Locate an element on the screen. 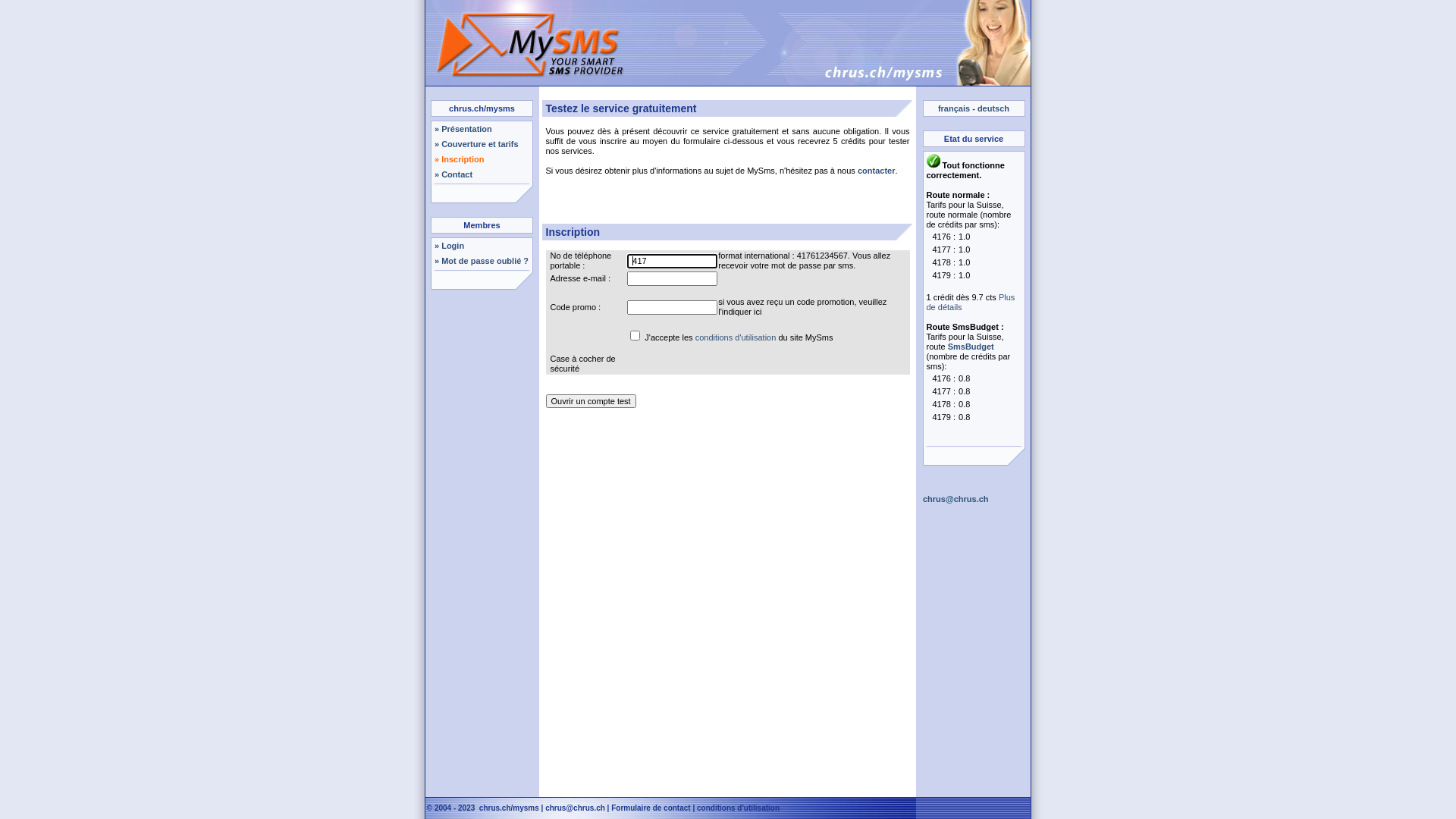 Image resolution: width=1456 pixels, height=819 pixels. 'chrus@chrus.ch' is located at coordinates (545, 807).